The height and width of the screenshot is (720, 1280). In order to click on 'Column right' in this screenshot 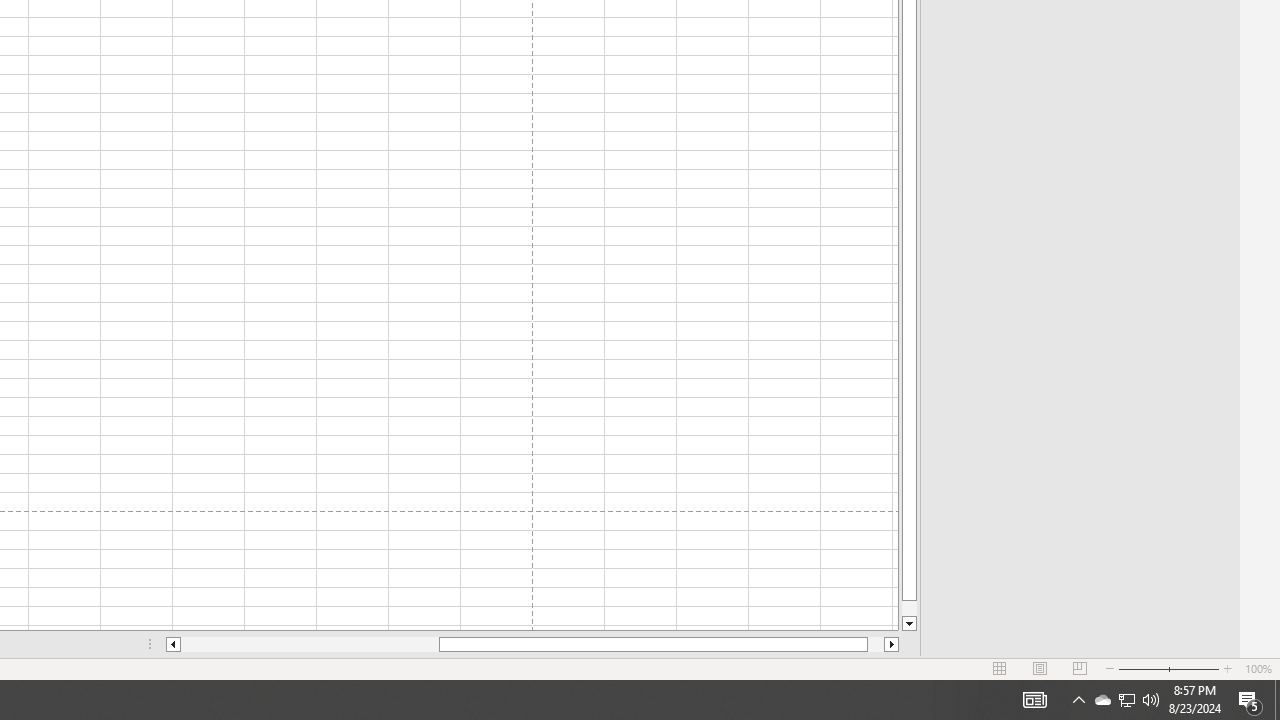, I will do `click(891, 644)`.